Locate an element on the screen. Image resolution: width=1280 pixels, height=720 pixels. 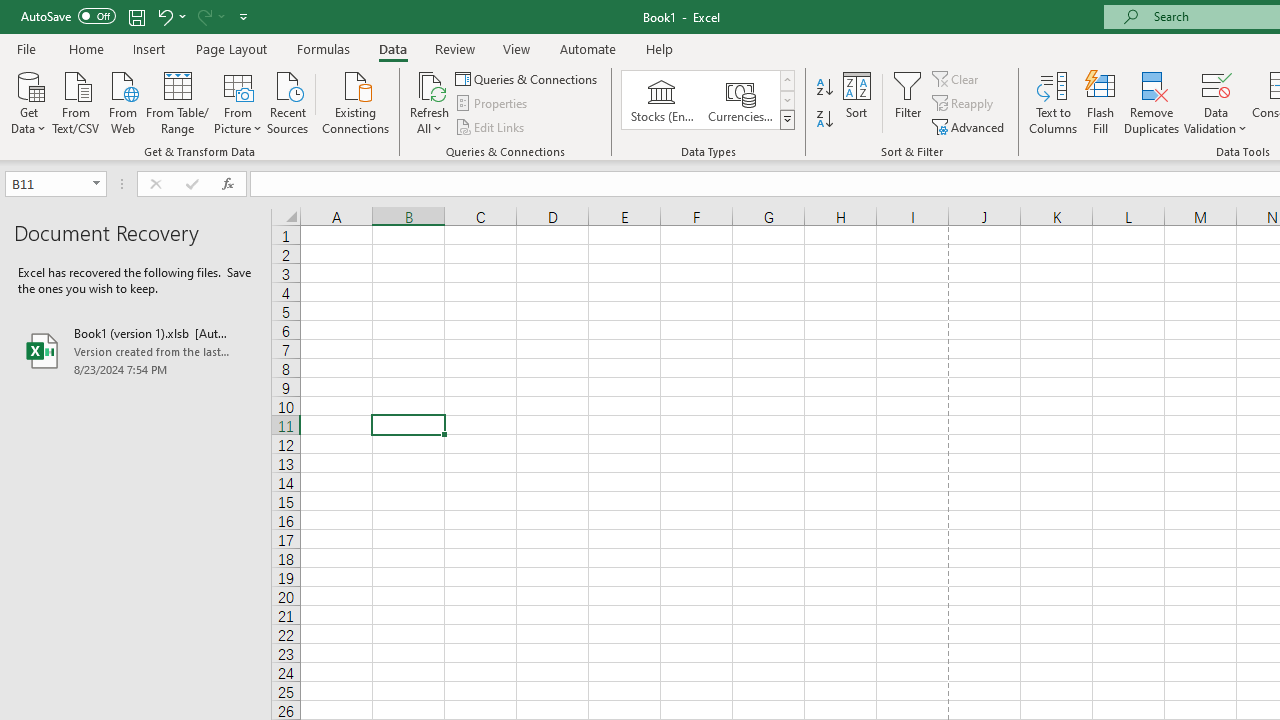
'Remove Duplicates' is located at coordinates (1152, 103).